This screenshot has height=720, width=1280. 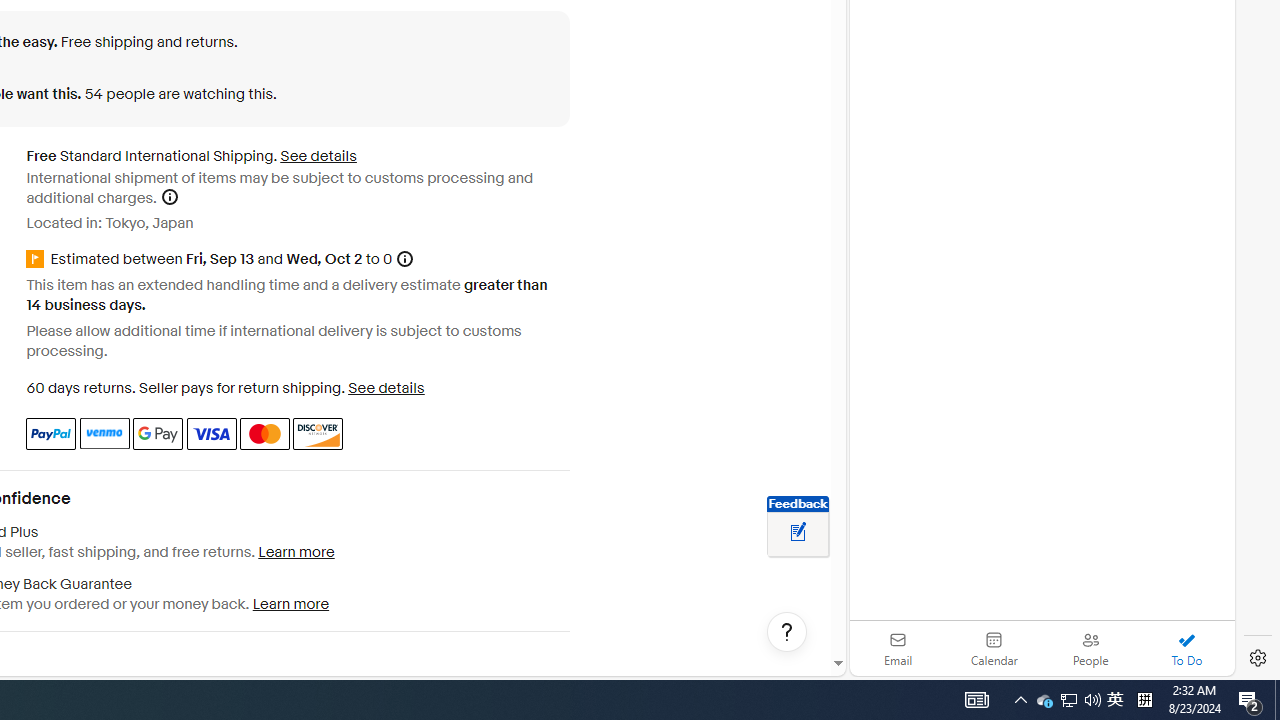 What do you see at coordinates (51, 432) in the screenshot?
I see `'PayPal'` at bounding box center [51, 432].